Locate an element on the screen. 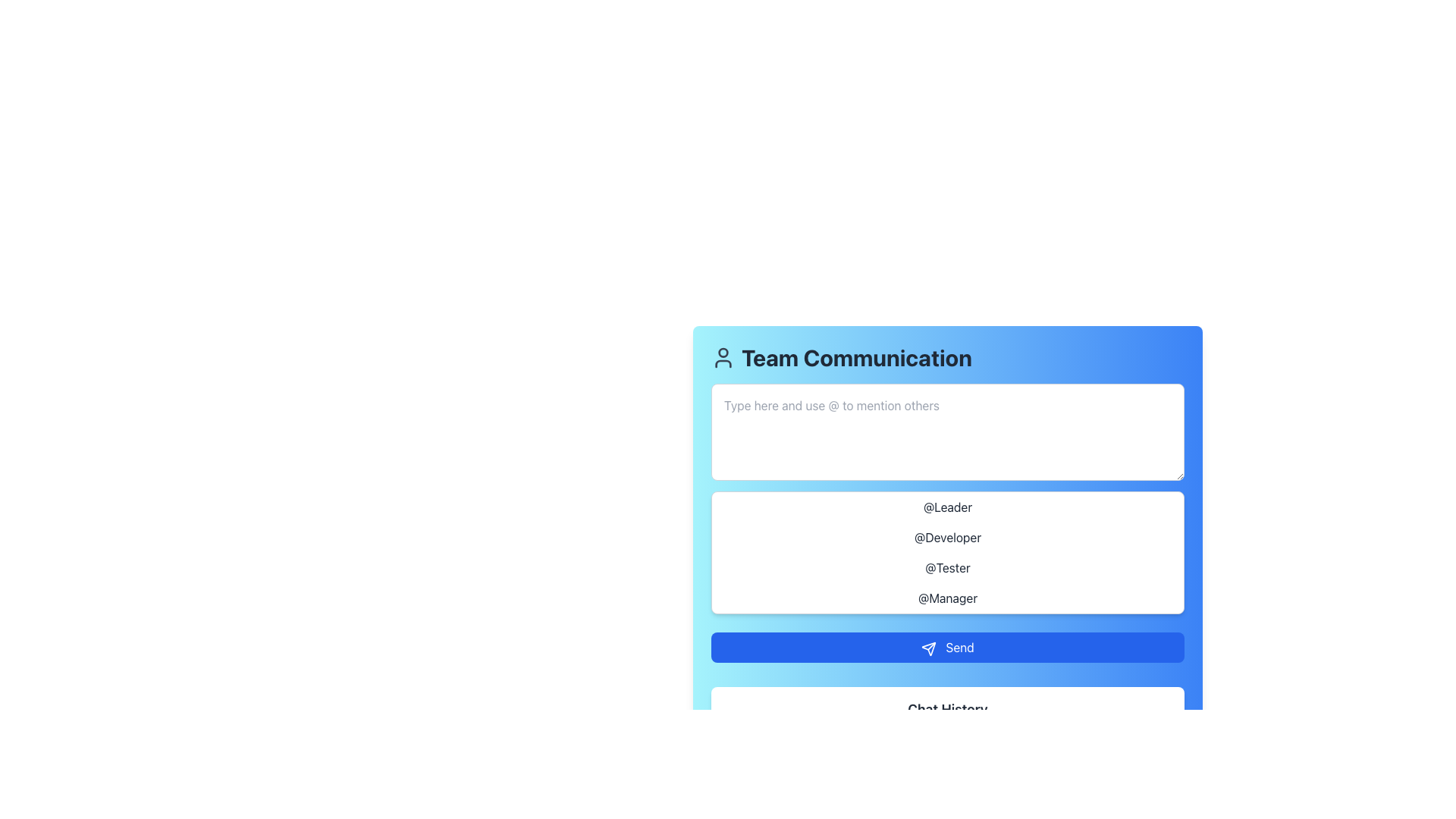 The image size is (1456, 819). the decorative icon located to the left of the 'Team Communication' title, which serves to enhance contextual understanding of this section is located at coordinates (723, 357).